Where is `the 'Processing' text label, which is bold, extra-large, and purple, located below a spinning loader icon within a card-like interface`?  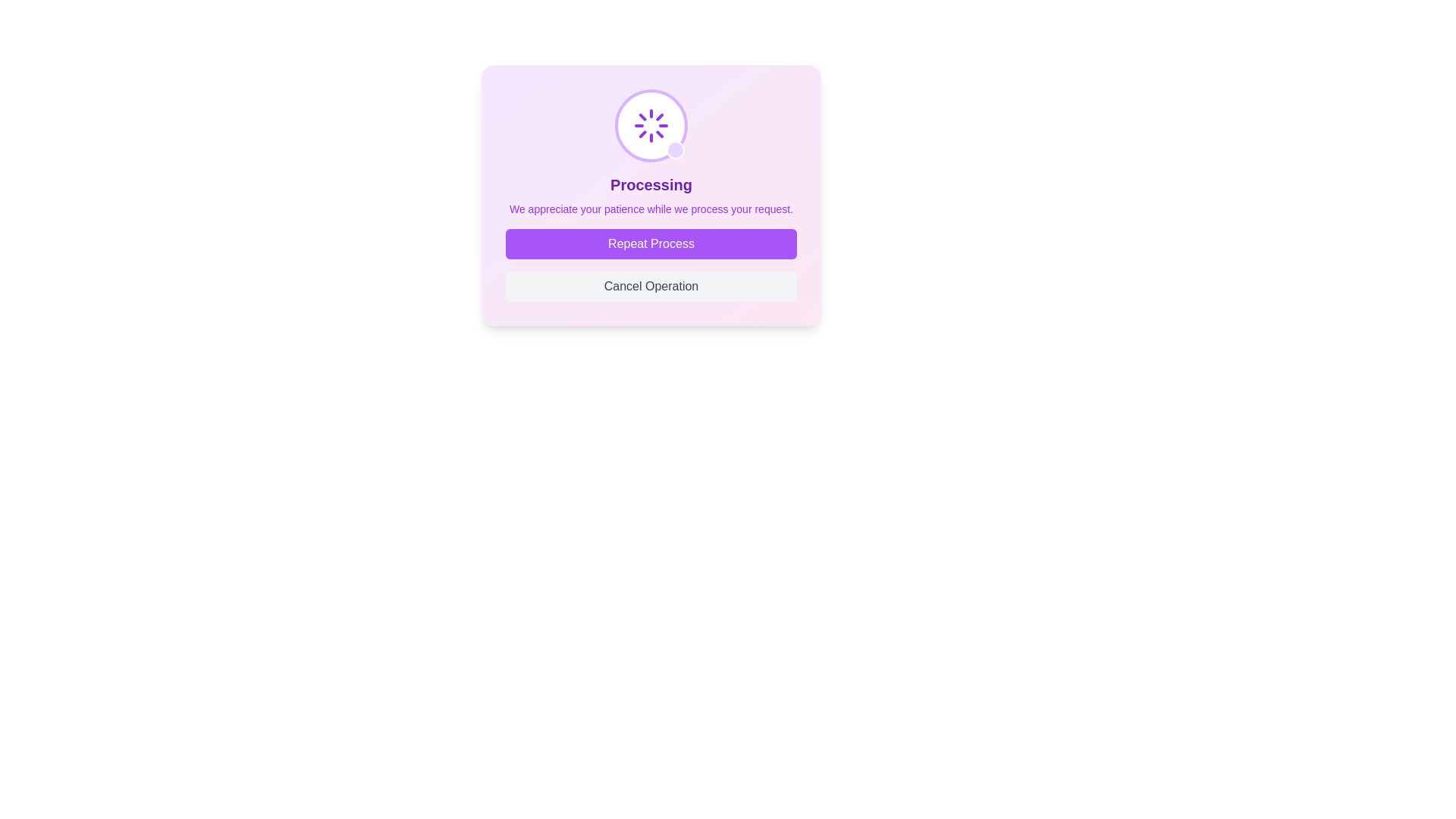
the 'Processing' text label, which is bold, extra-large, and purple, located below a spinning loader icon within a card-like interface is located at coordinates (651, 184).